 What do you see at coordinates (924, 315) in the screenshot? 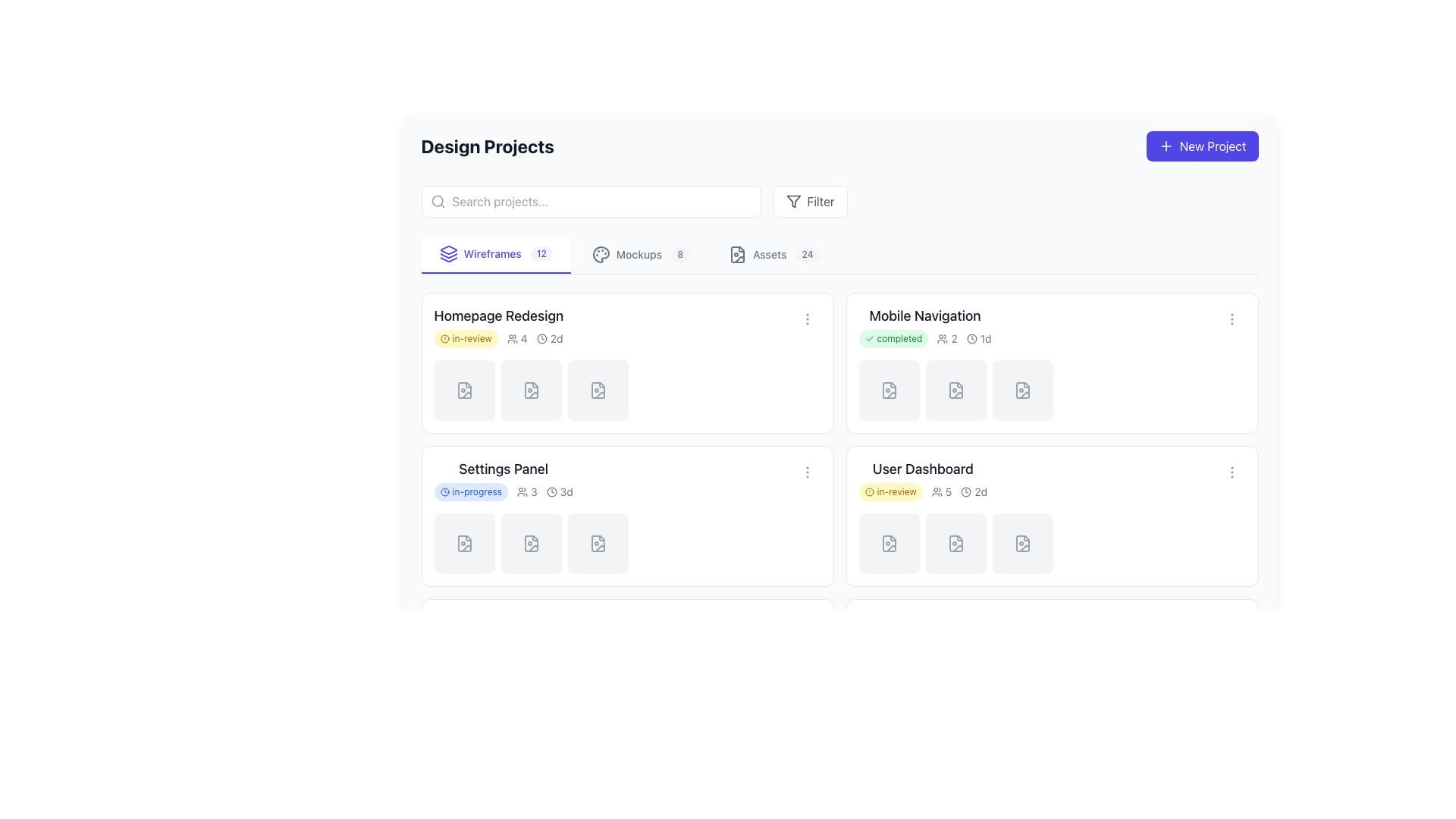
I see `the 'Mobile Navigation' text element, which is bold and dark, located in the second column and first row of the project card, above the 'completed' green badge` at bounding box center [924, 315].